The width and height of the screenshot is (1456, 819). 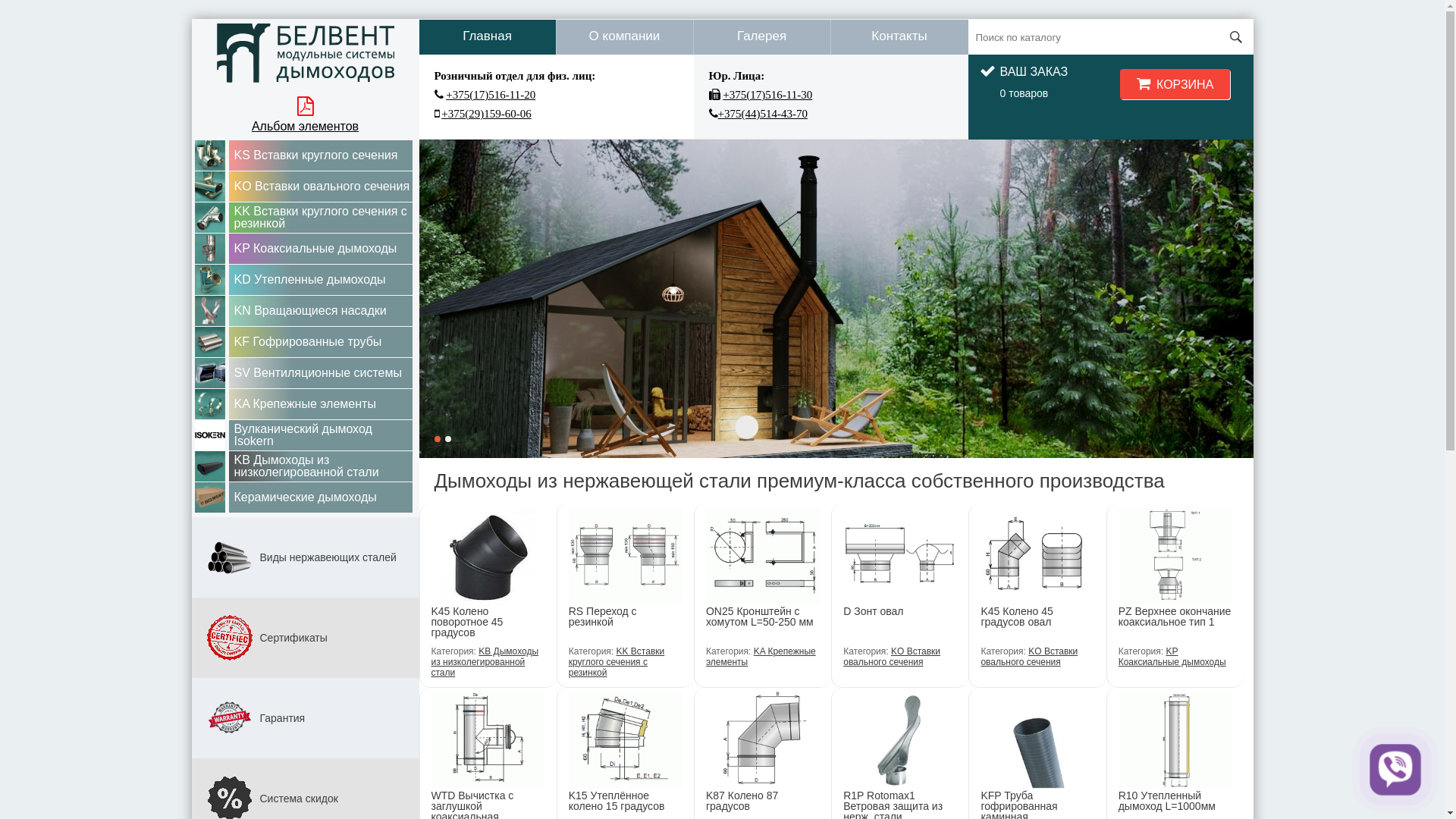 What do you see at coordinates (447, 438) in the screenshot?
I see `'2'` at bounding box center [447, 438].